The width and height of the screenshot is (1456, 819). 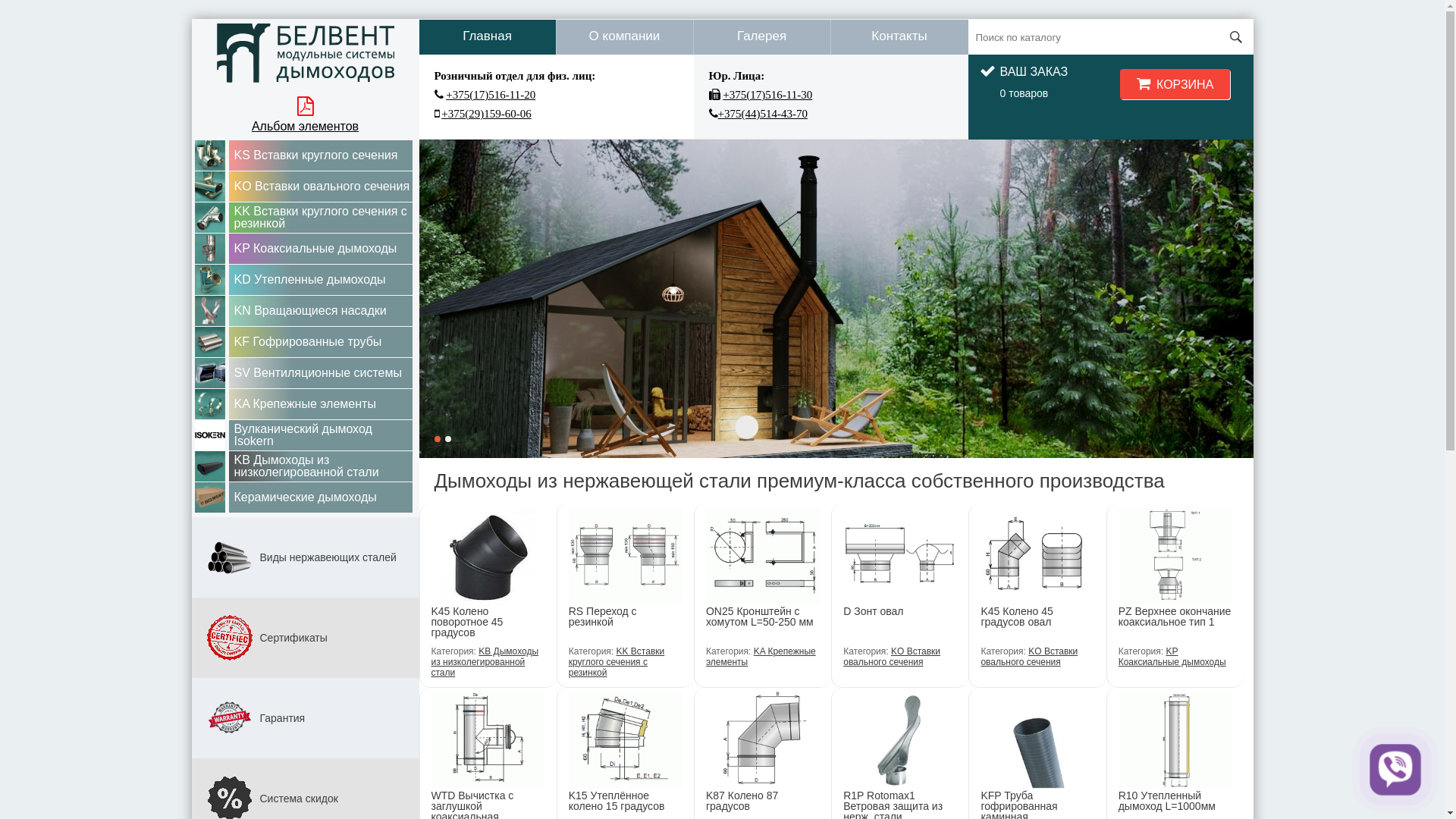 What do you see at coordinates (447, 438) in the screenshot?
I see `'2'` at bounding box center [447, 438].